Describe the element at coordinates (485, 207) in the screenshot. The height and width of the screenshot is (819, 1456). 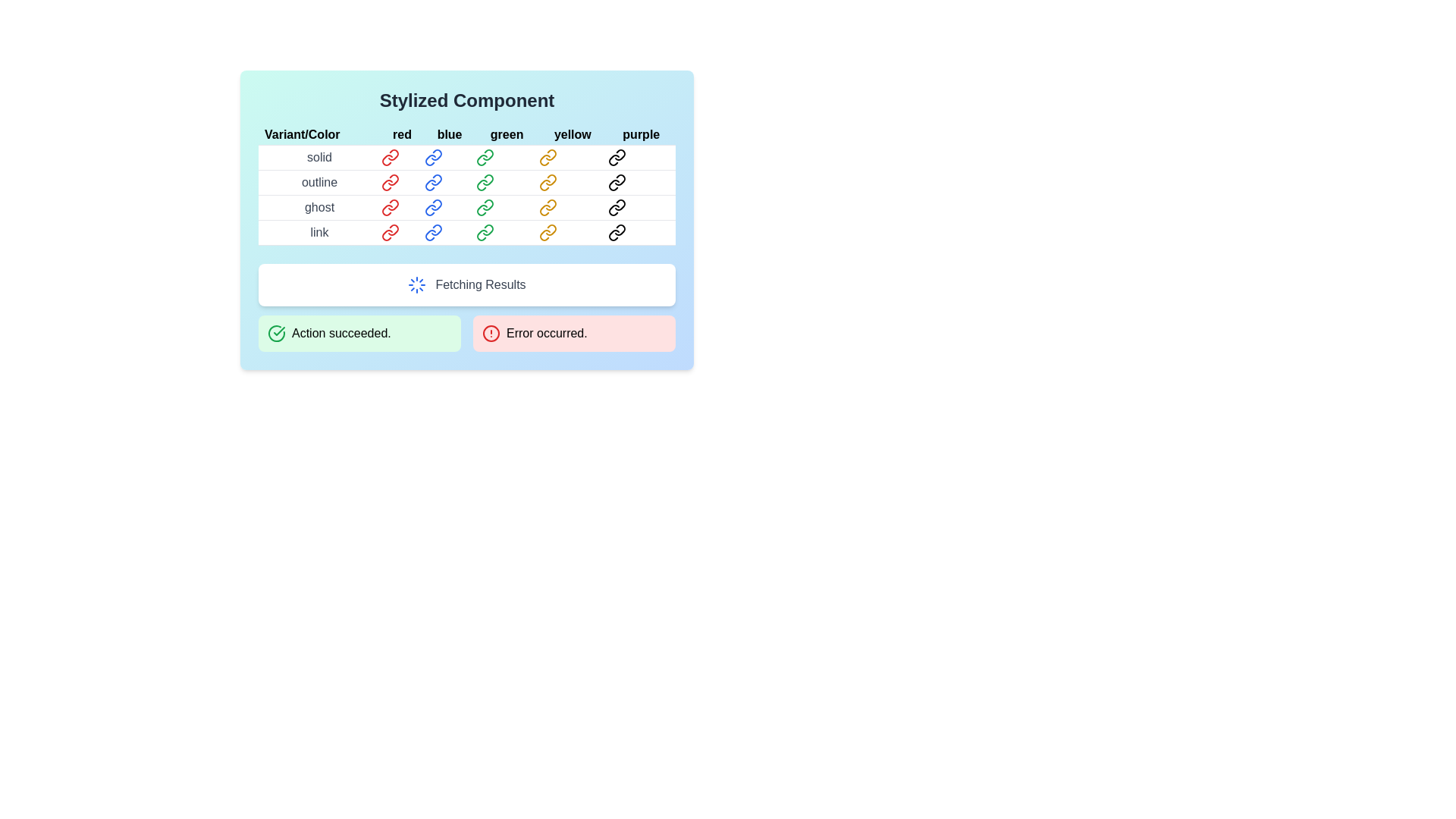
I see `the green link icon in the 'ghost' row and 'green' column of the 'Stylized Component' grid to change its appearance` at that location.